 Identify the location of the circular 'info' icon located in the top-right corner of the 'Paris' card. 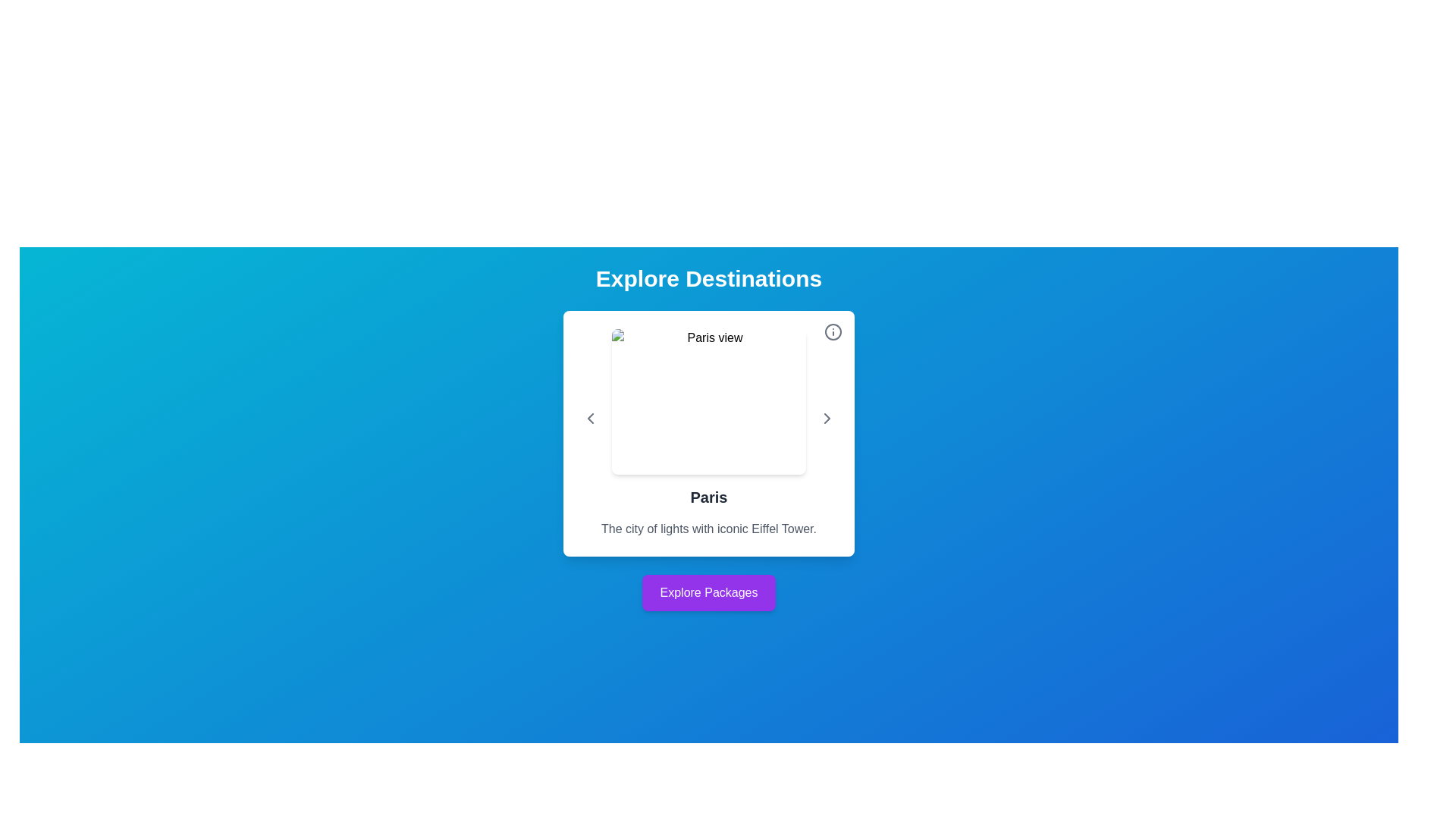
(833, 331).